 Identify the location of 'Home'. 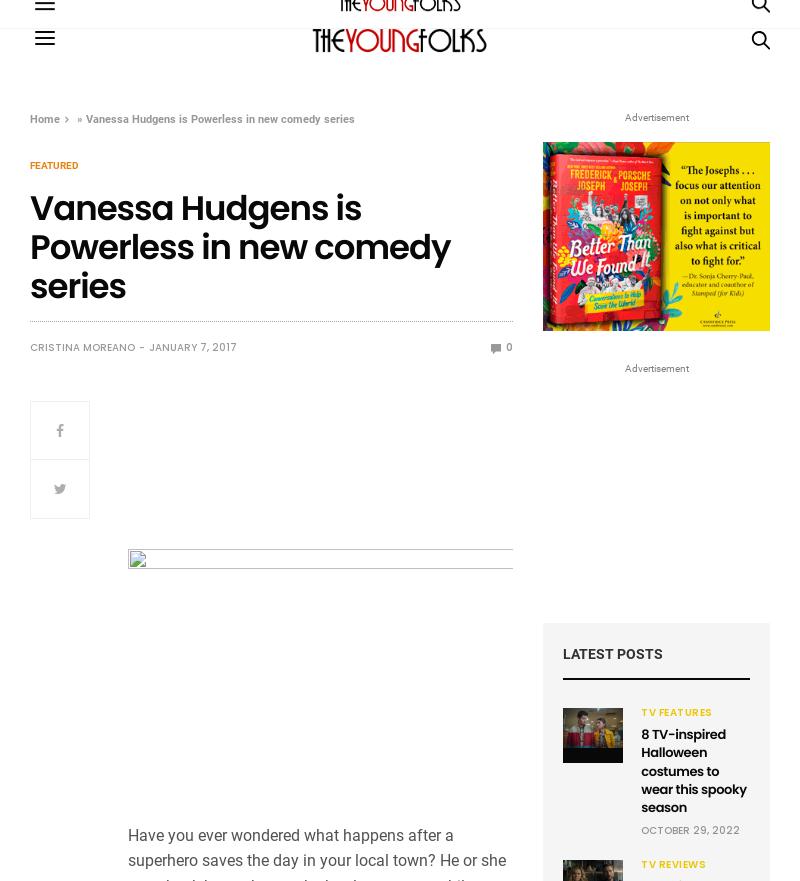
(43, 118).